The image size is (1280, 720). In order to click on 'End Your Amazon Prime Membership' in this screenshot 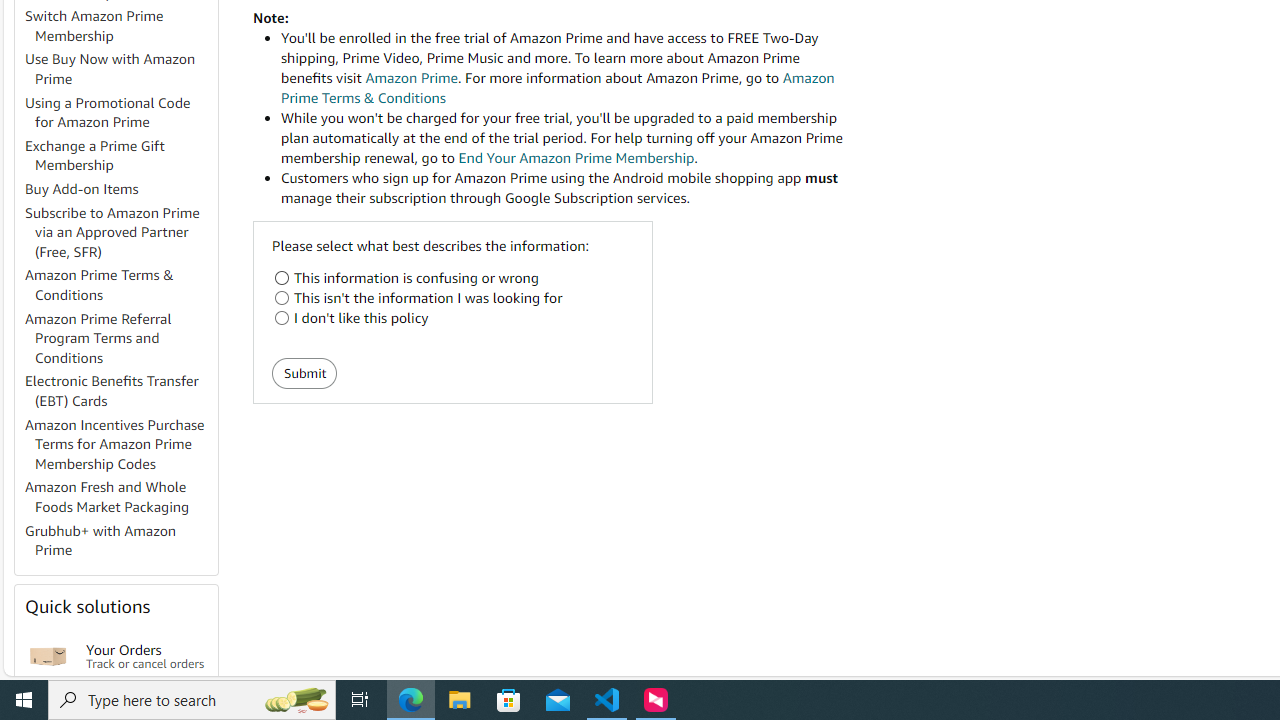, I will do `click(575, 157)`.